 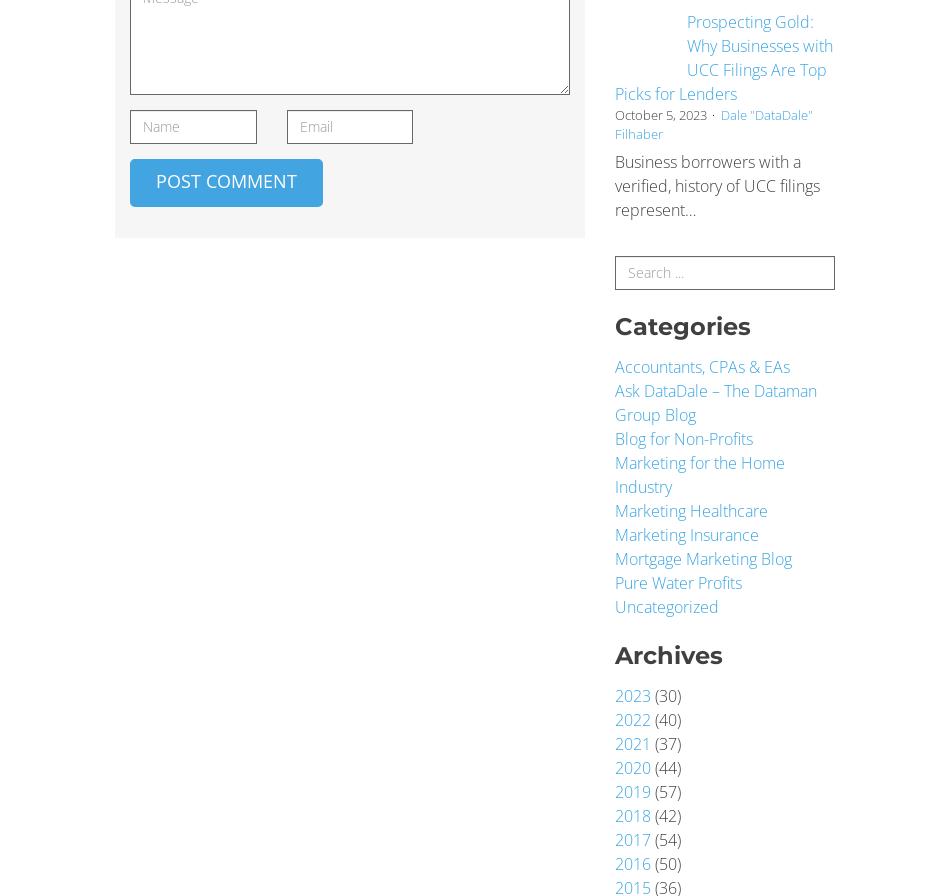 I want to click on '(40)', so click(x=651, y=720).